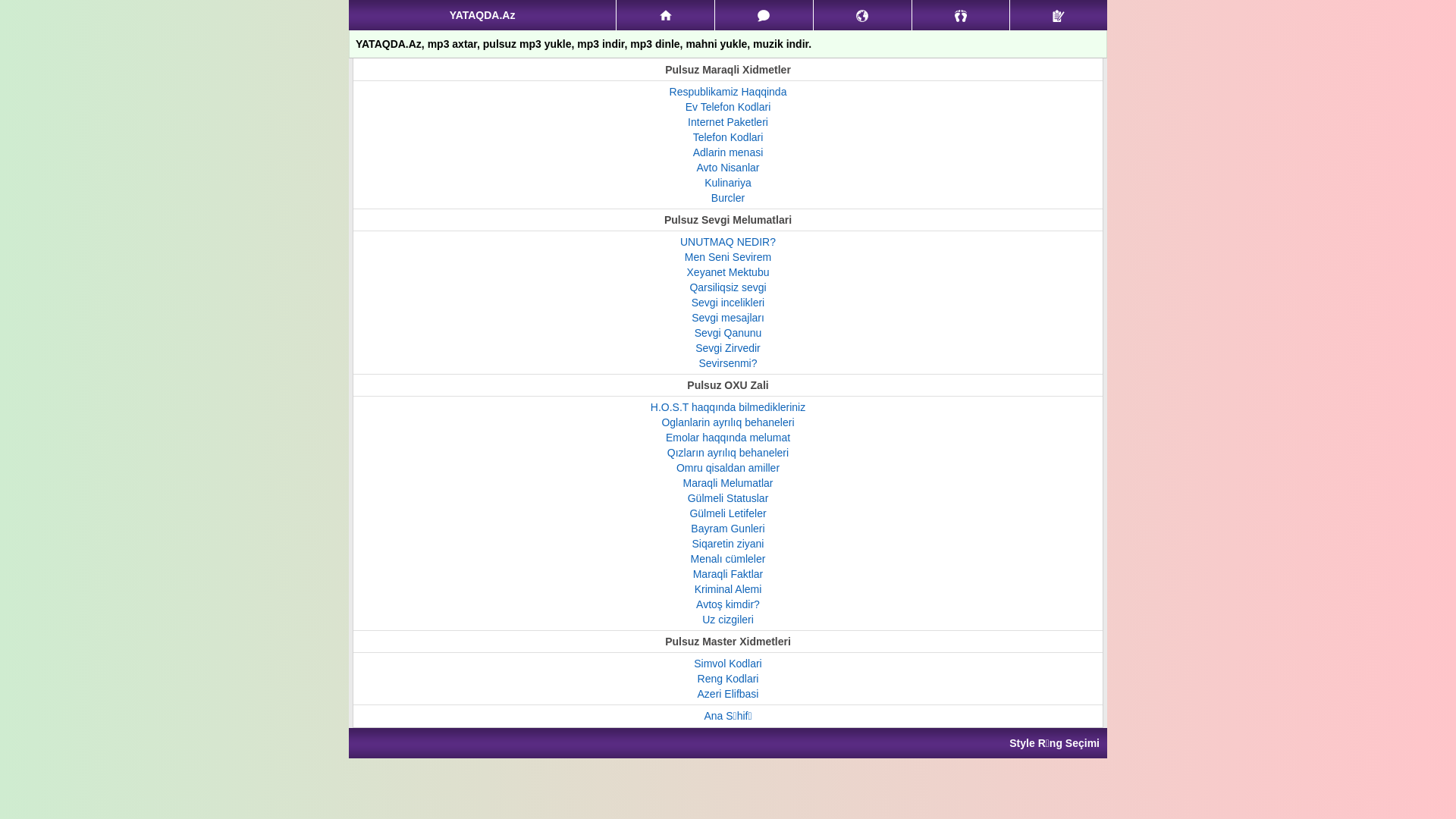 Image resolution: width=1456 pixels, height=819 pixels. Describe the element at coordinates (726, 528) in the screenshot. I see `'Bayram Gunleri'` at that location.